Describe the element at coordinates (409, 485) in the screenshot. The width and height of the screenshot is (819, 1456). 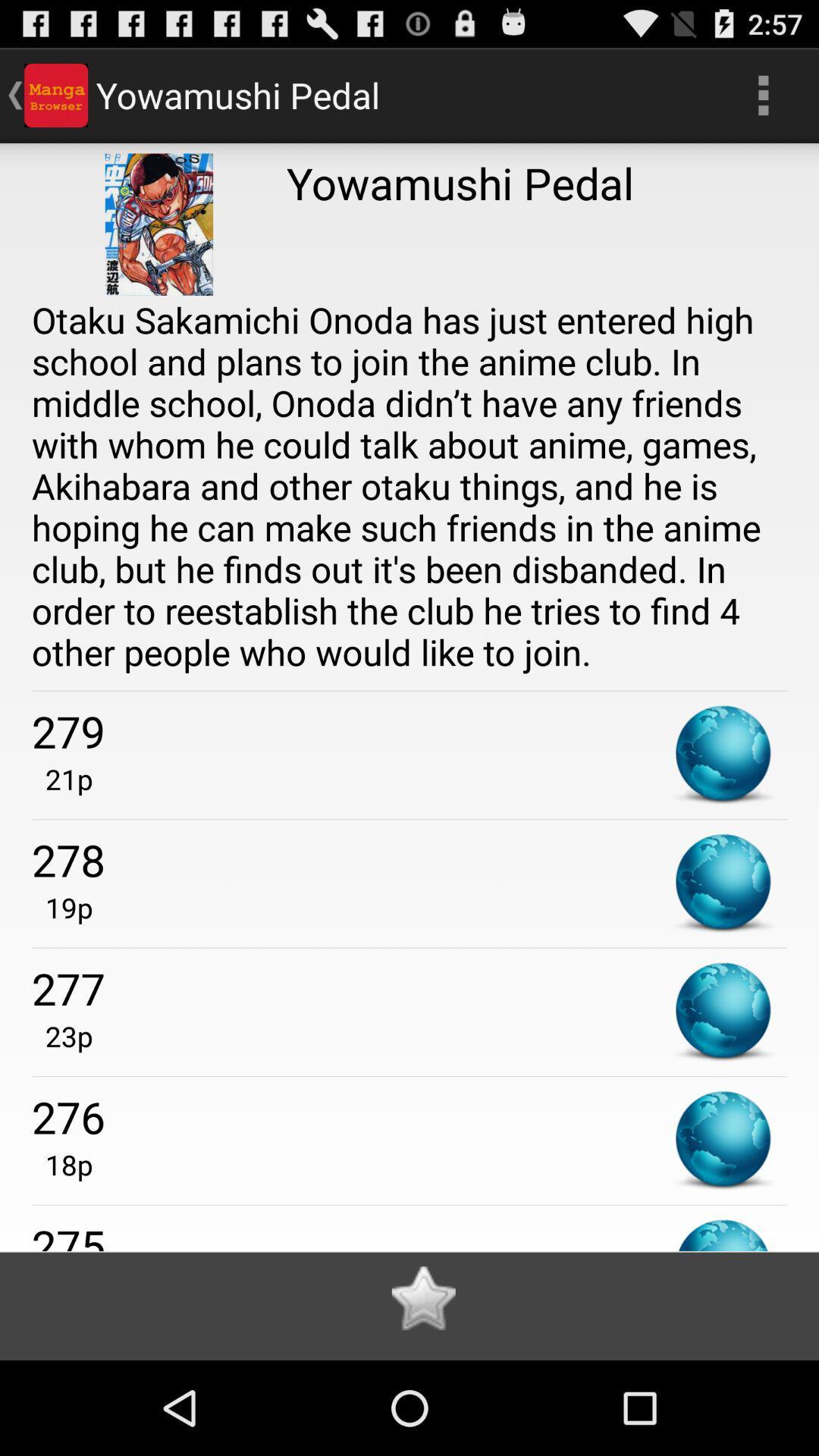
I see `otaku sakamichi onoda item` at that location.